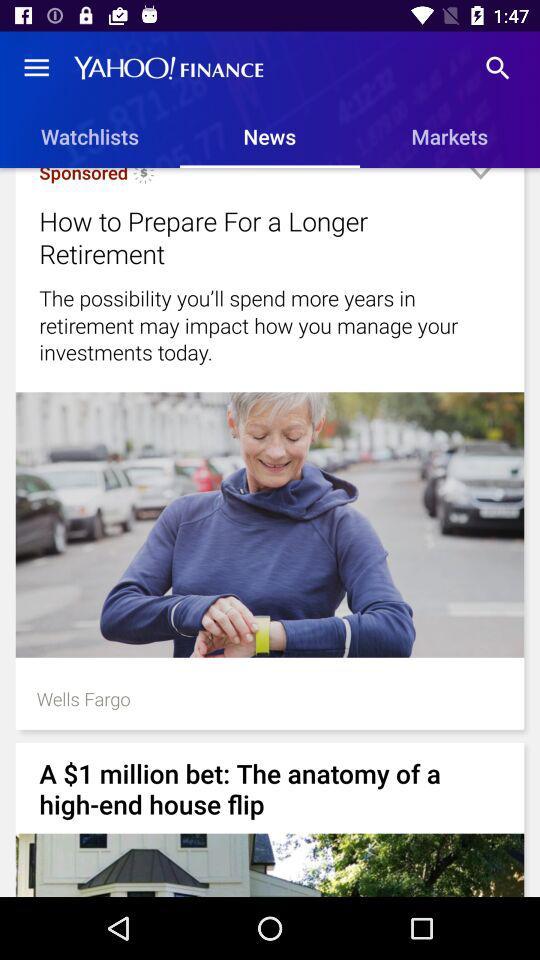  I want to click on the possibility you icon, so click(270, 325).